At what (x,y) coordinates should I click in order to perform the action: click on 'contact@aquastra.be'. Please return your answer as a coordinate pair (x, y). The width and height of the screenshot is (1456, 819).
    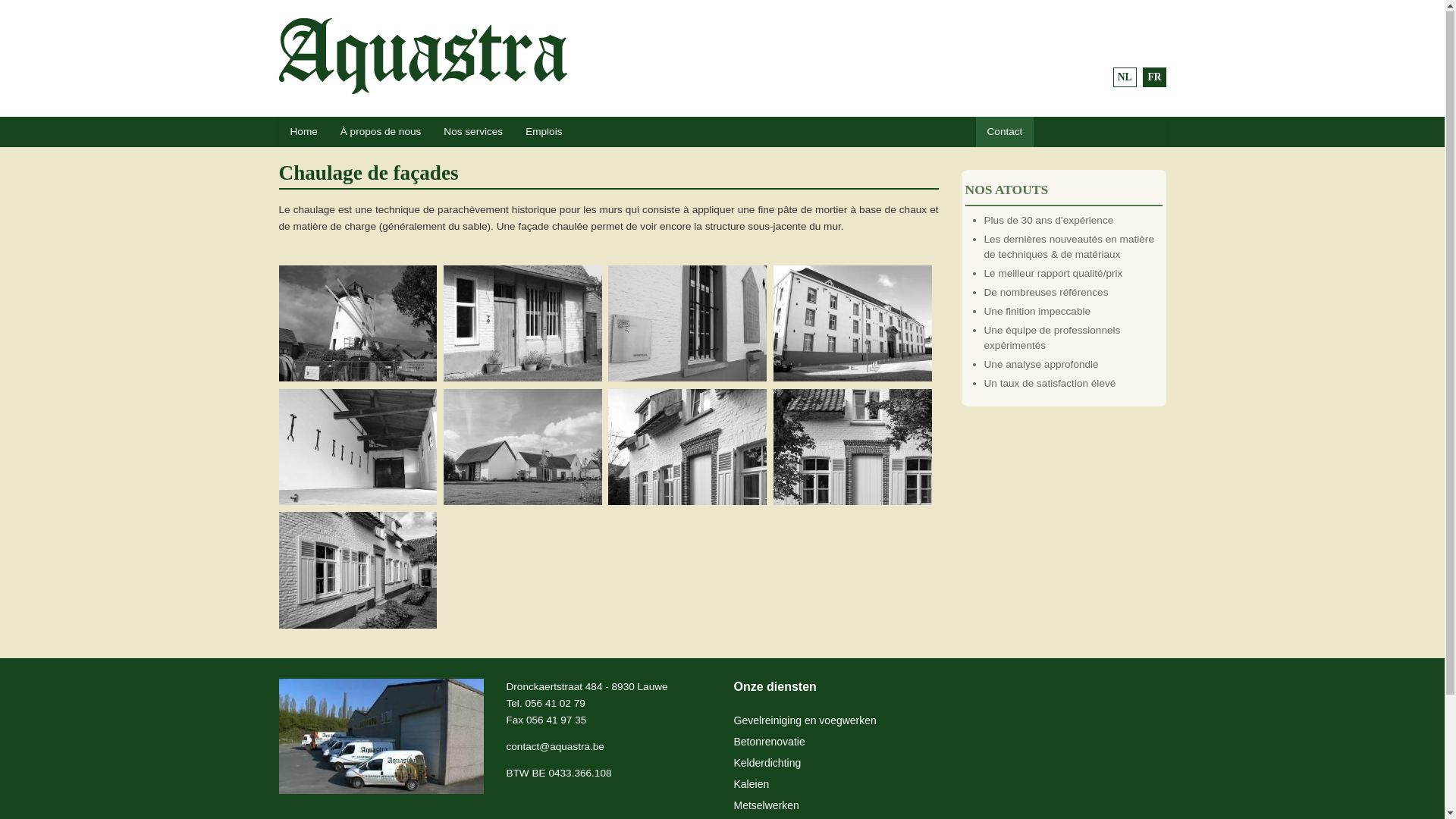
    Looking at the image, I should click on (554, 746).